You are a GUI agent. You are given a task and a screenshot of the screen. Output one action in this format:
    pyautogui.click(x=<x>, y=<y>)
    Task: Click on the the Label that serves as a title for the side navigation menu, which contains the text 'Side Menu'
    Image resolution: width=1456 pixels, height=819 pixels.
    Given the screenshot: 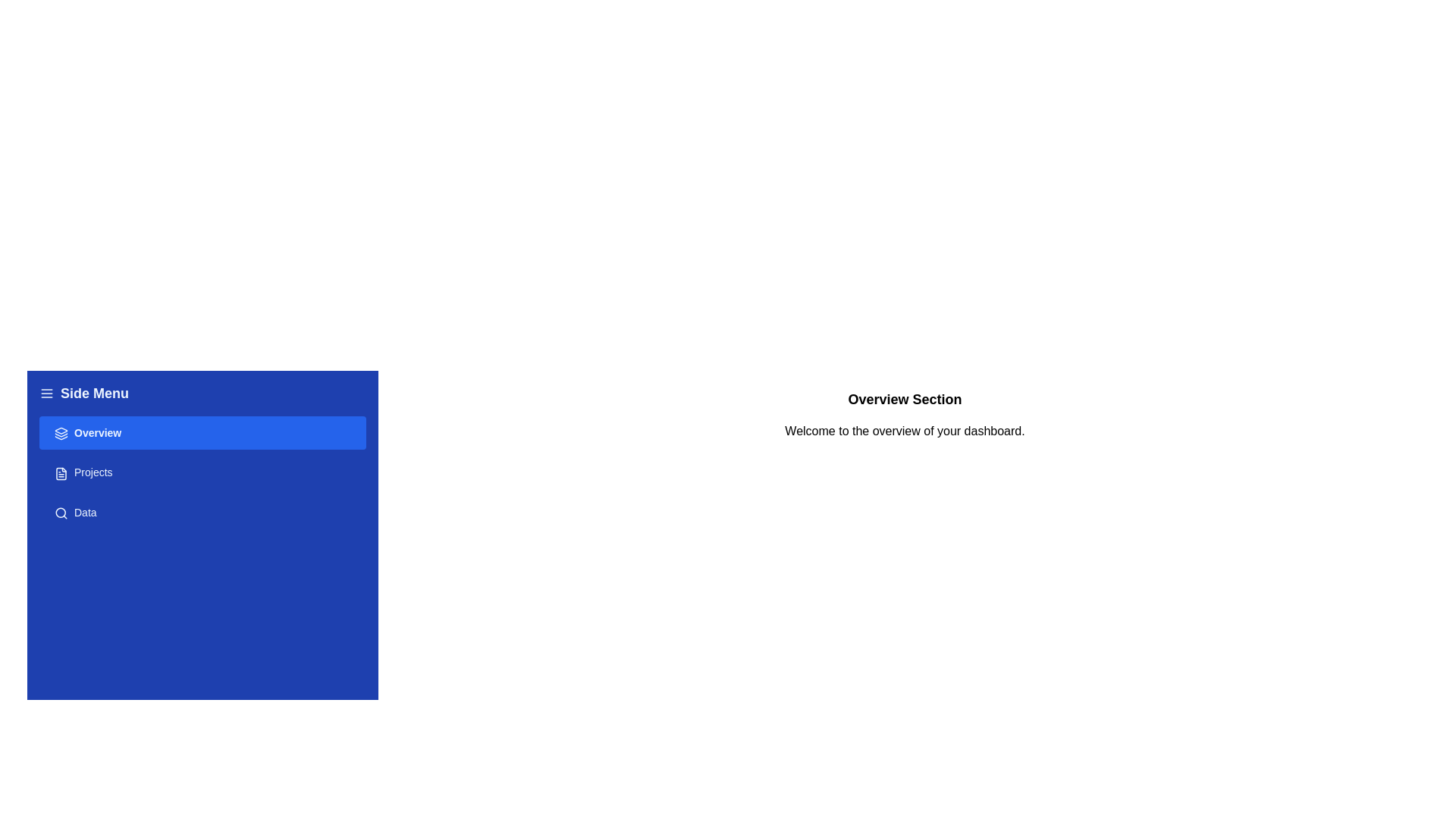 What is the action you would take?
    pyautogui.click(x=93, y=393)
    